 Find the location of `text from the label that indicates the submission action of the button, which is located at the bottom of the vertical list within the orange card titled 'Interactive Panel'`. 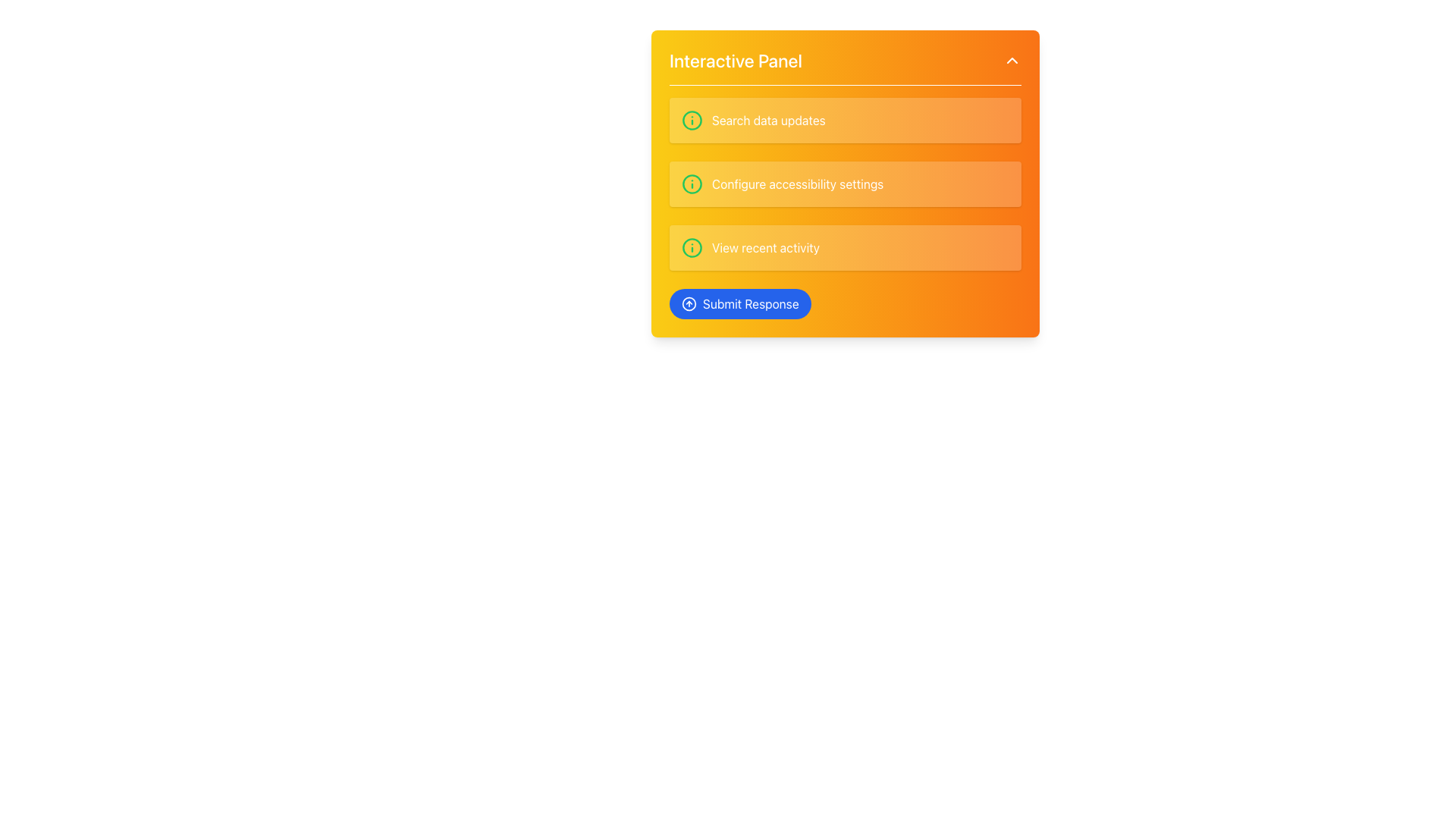

text from the label that indicates the submission action of the button, which is located at the bottom of the vertical list within the orange card titled 'Interactive Panel' is located at coordinates (751, 304).